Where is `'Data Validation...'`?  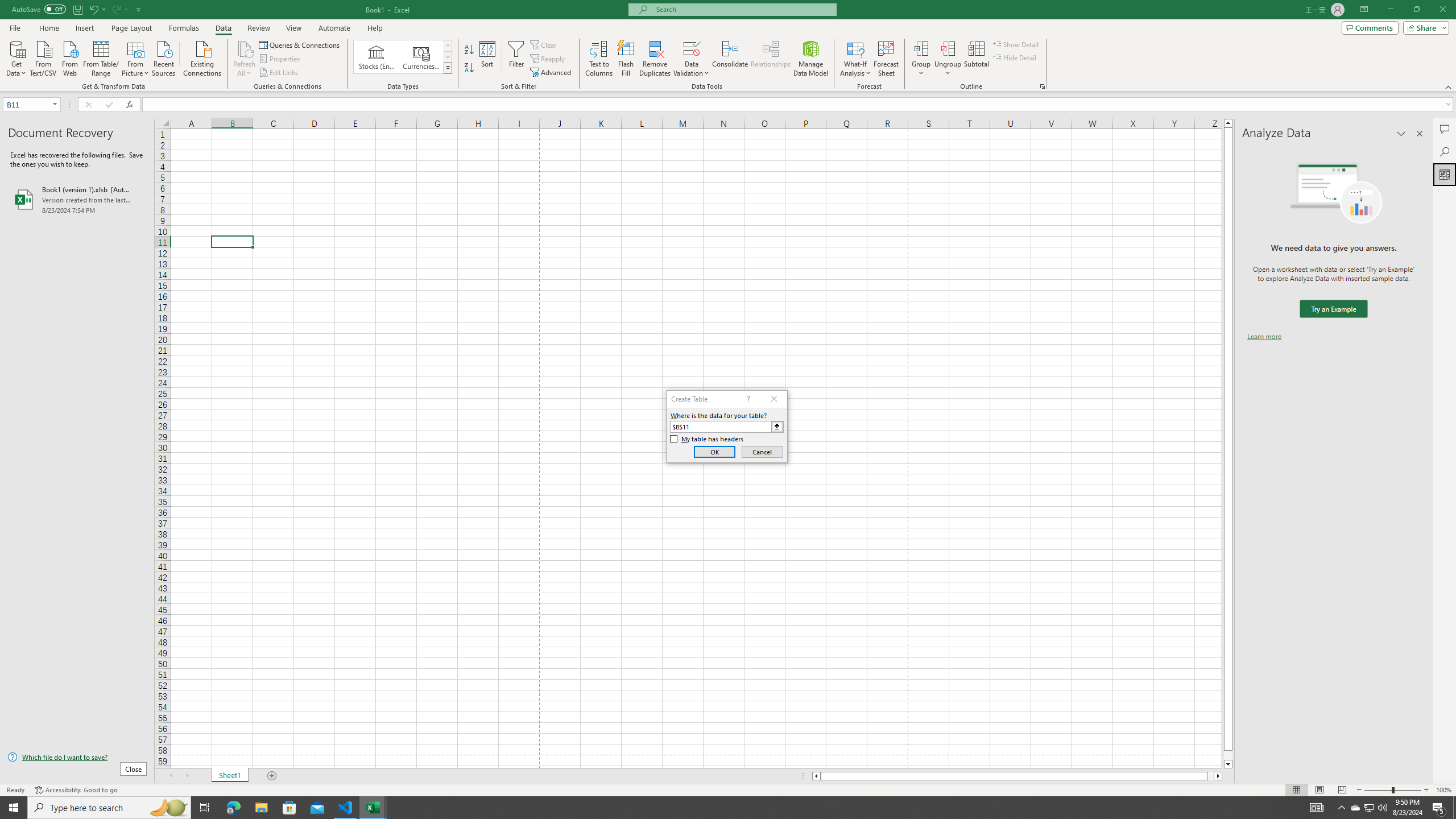 'Data Validation...' is located at coordinates (691, 48).